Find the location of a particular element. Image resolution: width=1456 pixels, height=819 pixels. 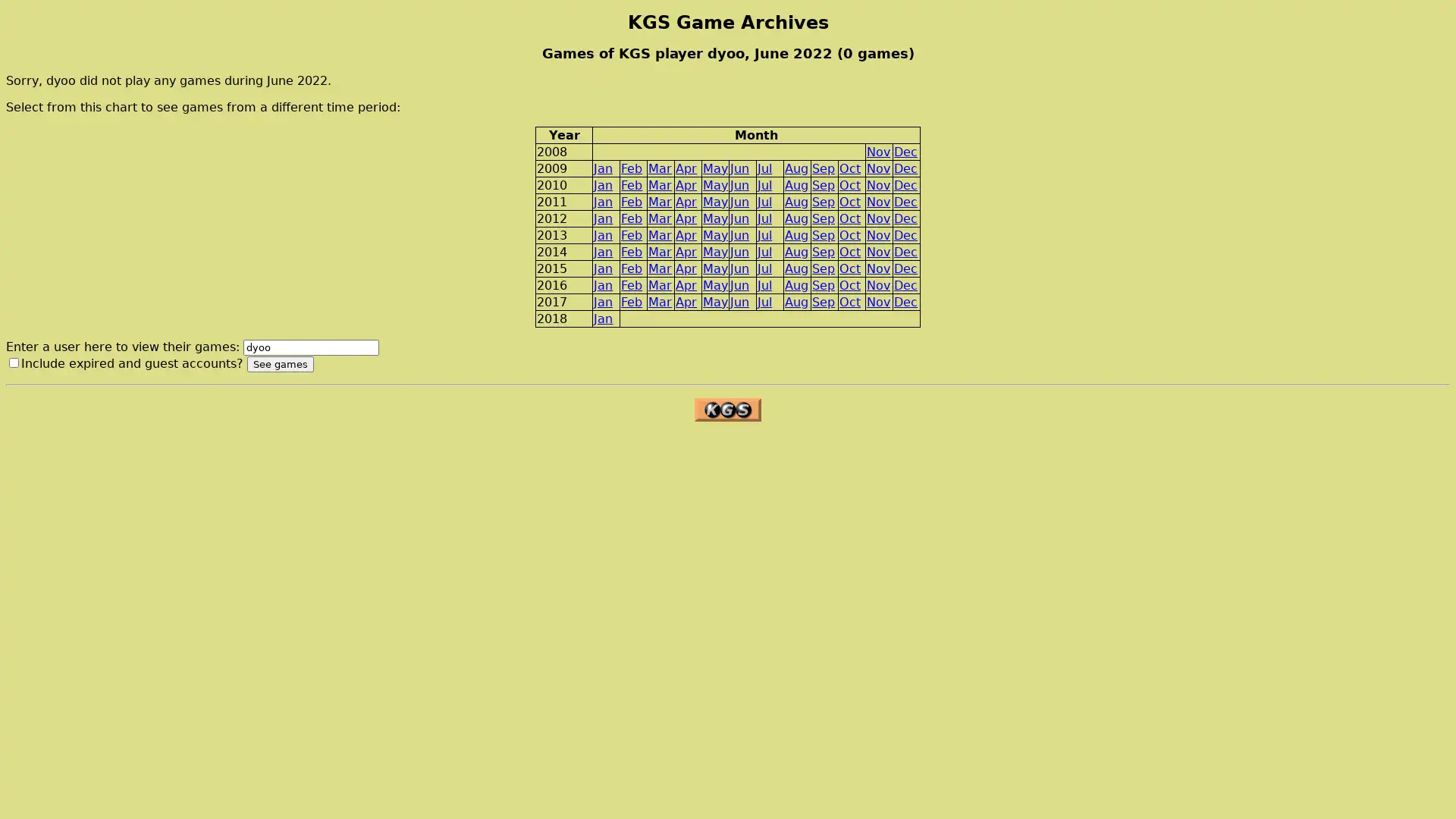

See games is located at coordinates (280, 364).